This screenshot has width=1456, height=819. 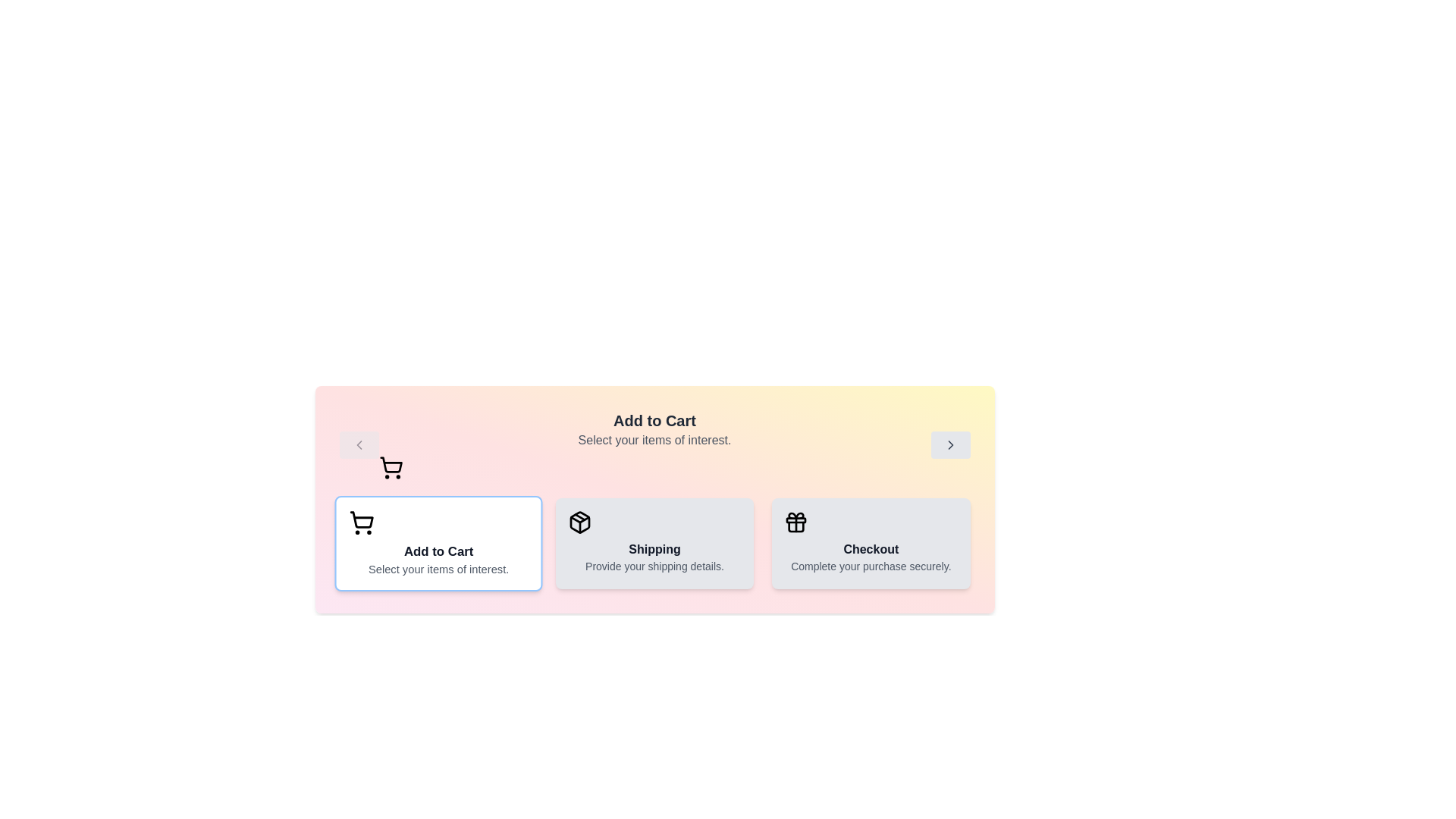 What do you see at coordinates (654, 550) in the screenshot?
I see `the 'Shipping' text label, which is displayed in bold black text within a light gray background, centrally located in the second card of a three-card layout` at bounding box center [654, 550].